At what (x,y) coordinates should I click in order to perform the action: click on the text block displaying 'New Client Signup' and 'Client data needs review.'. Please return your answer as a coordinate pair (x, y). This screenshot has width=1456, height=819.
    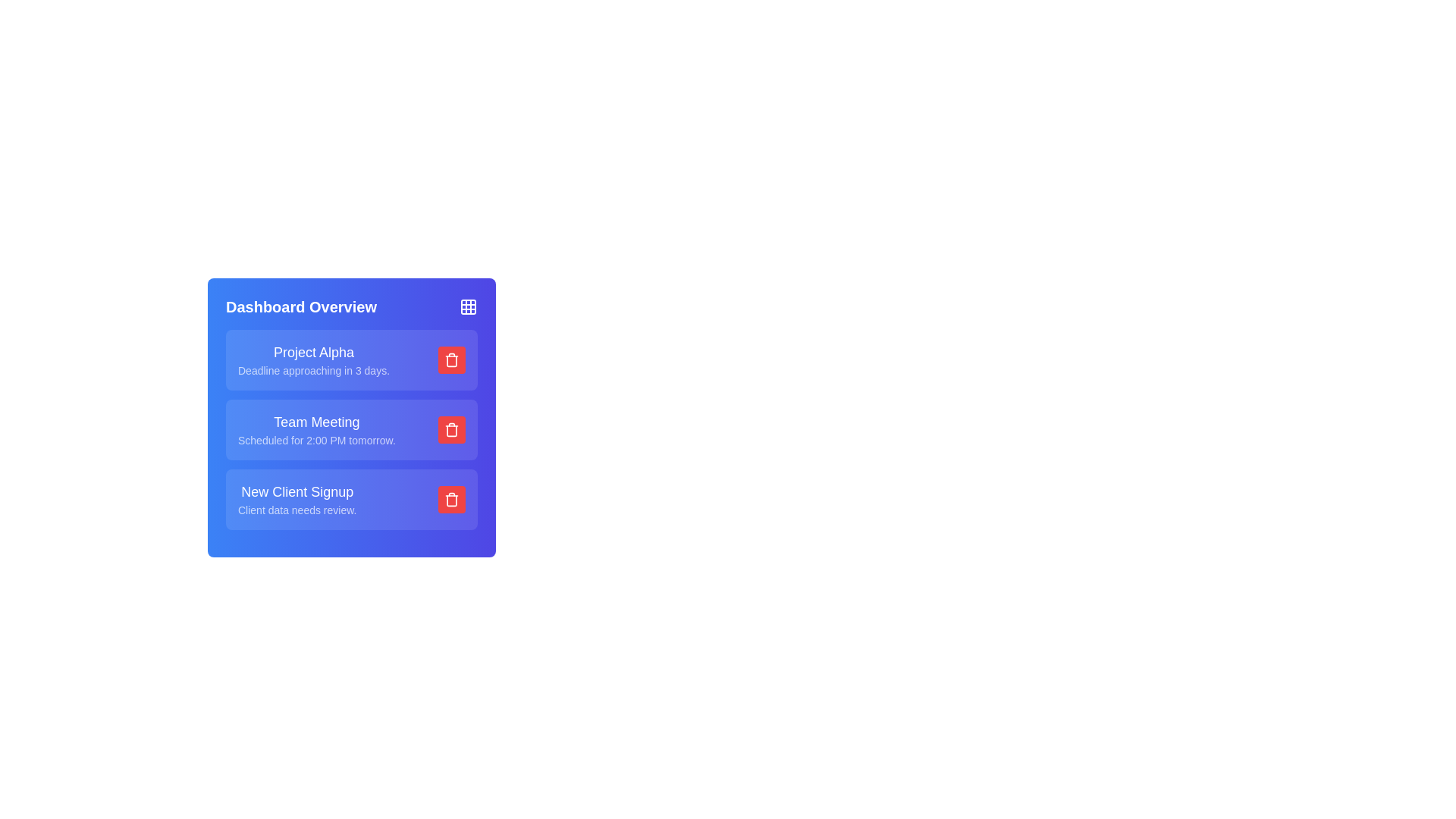
    Looking at the image, I should click on (297, 500).